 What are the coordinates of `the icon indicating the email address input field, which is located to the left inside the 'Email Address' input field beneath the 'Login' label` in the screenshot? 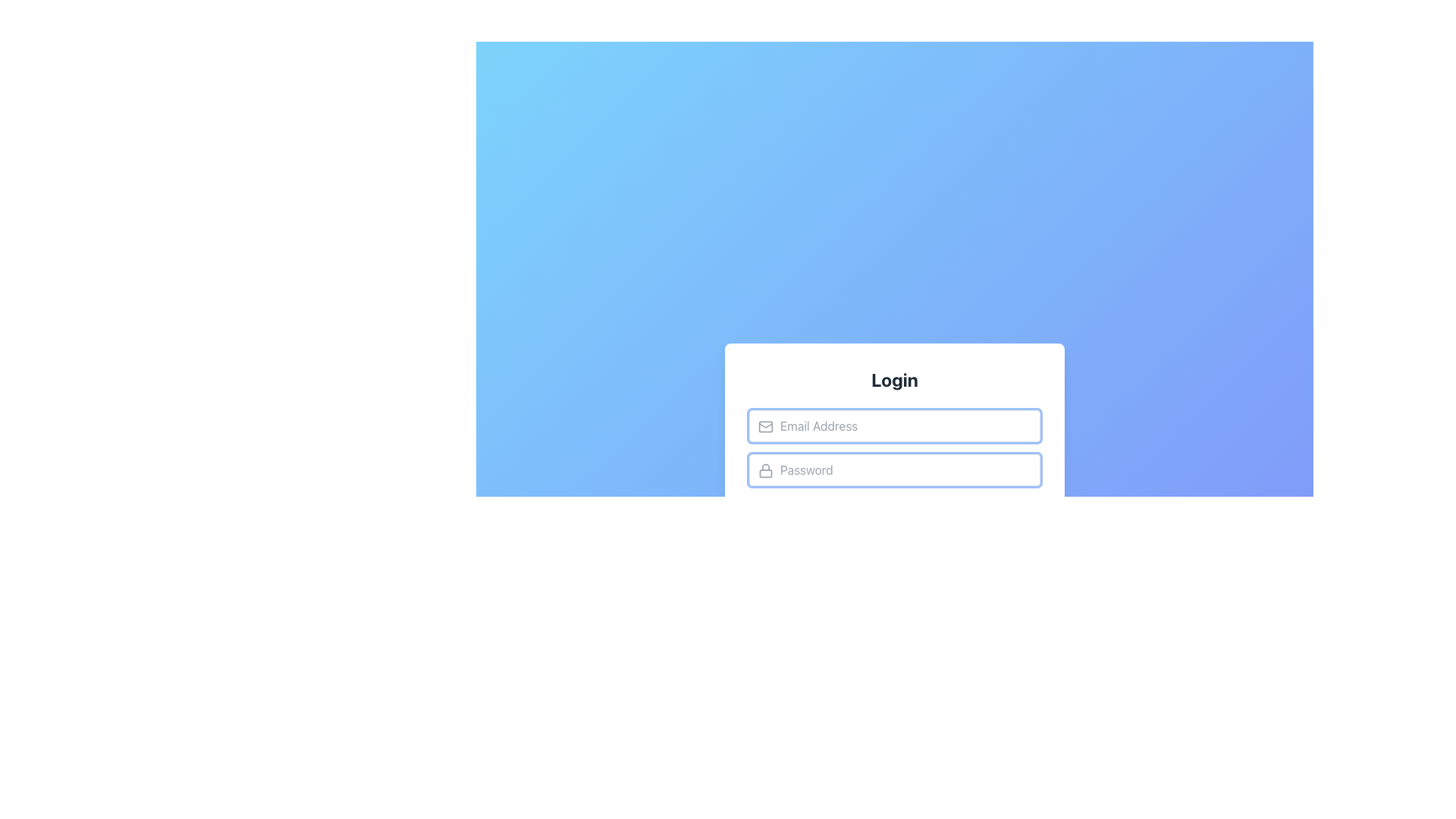 It's located at (765, 427).